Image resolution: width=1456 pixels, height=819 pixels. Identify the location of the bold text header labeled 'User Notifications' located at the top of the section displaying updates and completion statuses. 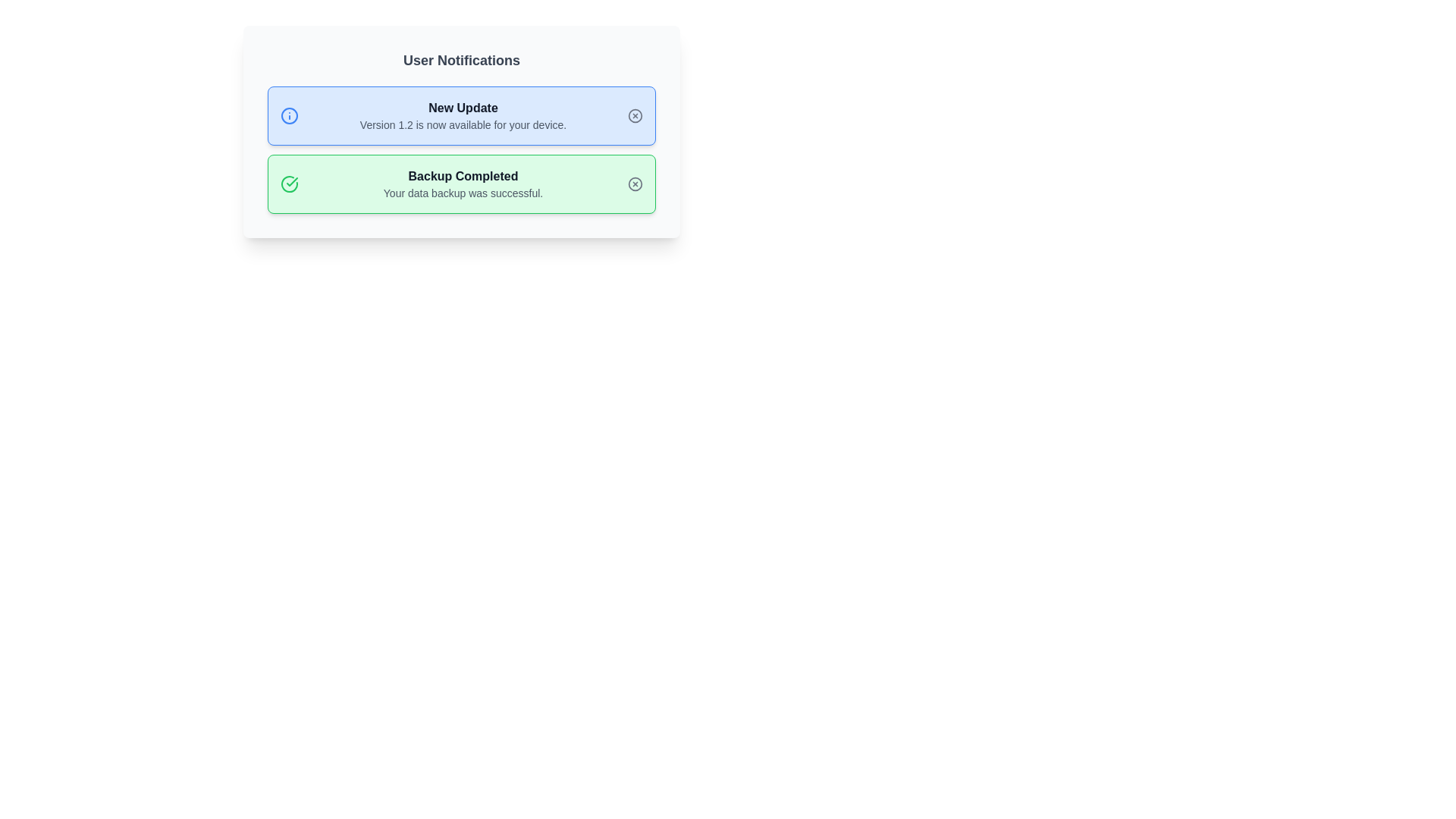
(461, 60).